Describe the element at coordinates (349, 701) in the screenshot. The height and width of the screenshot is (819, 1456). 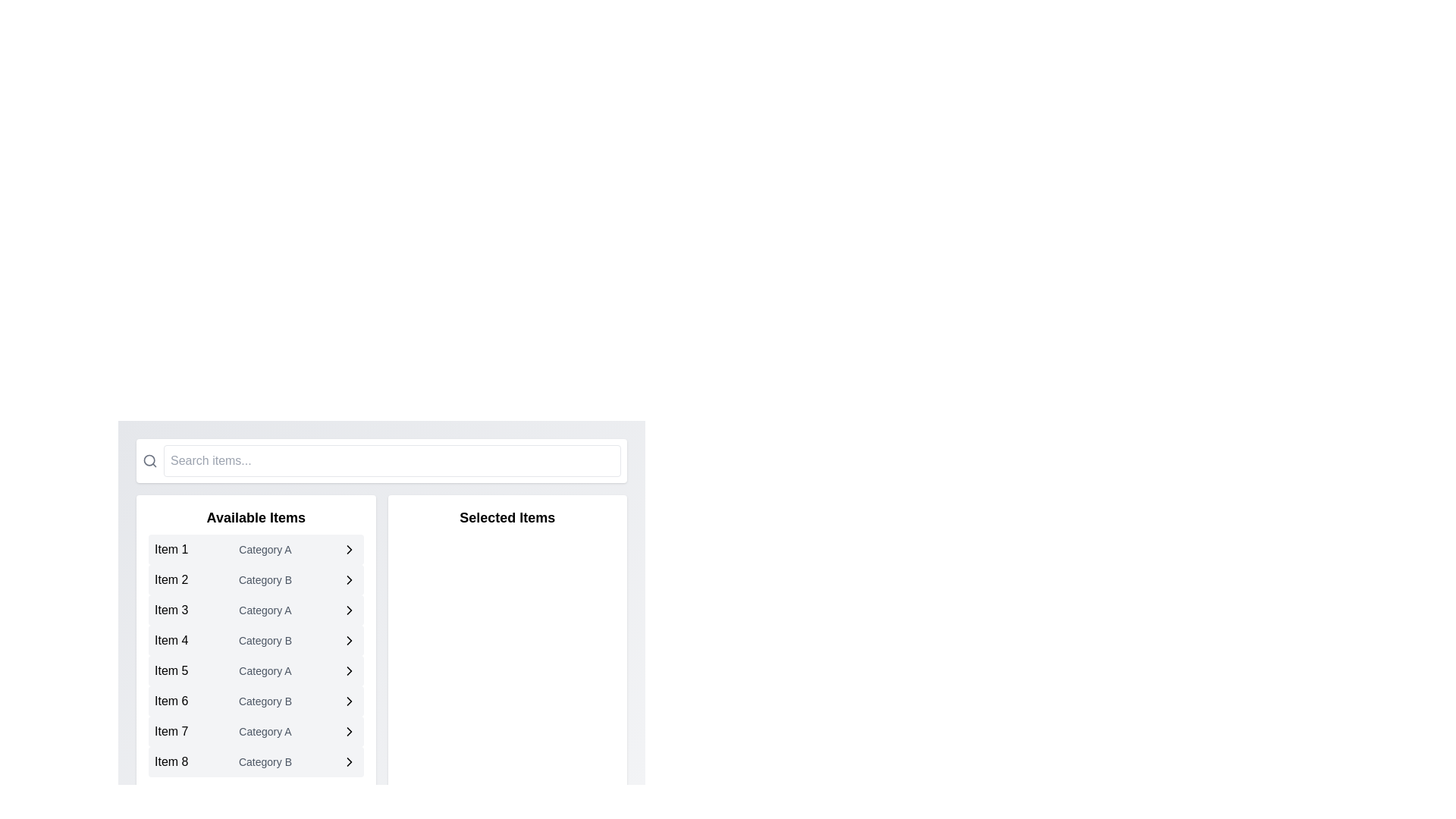
I see `the right-facing chevron icon indicating expandable content` at that location.